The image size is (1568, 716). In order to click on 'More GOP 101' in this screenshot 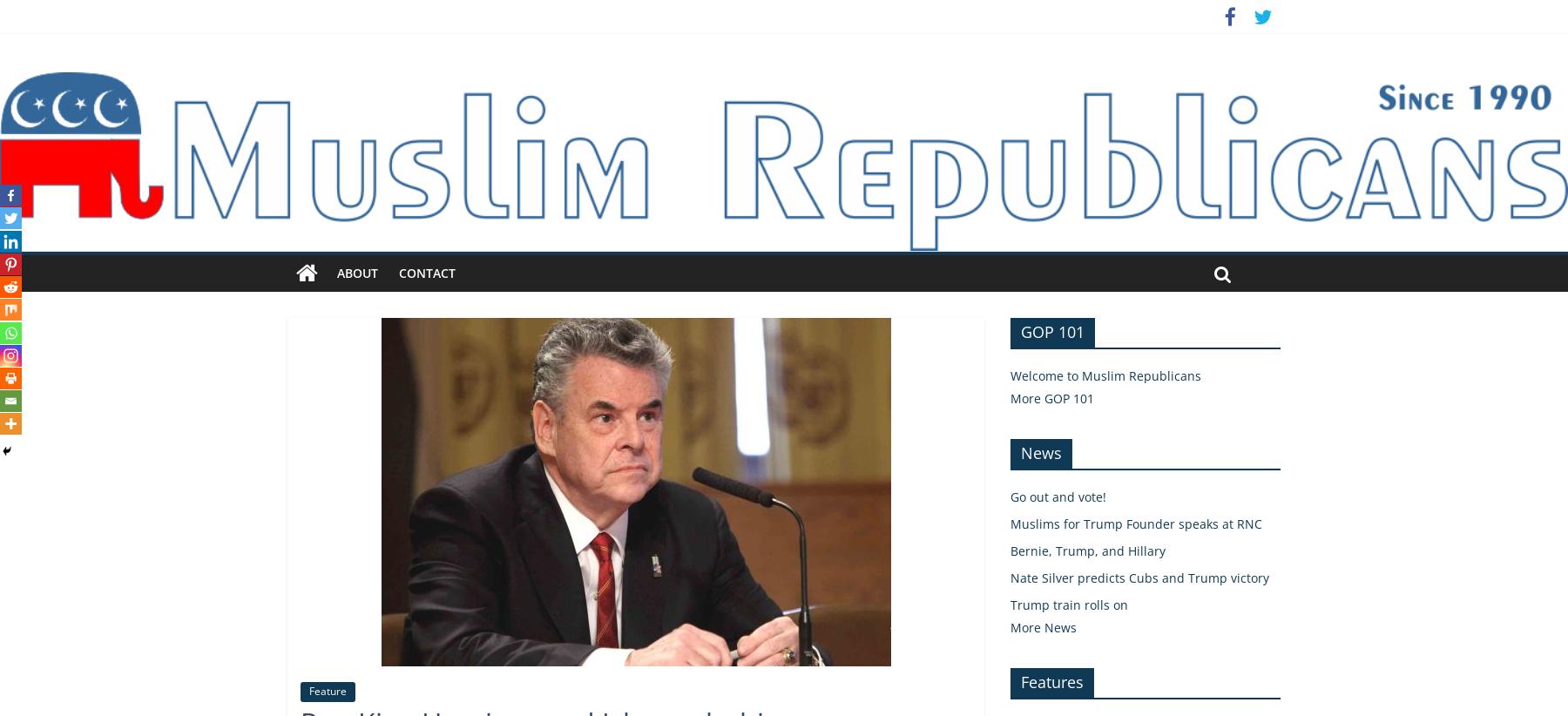, I will do `click(1051, 397)`.